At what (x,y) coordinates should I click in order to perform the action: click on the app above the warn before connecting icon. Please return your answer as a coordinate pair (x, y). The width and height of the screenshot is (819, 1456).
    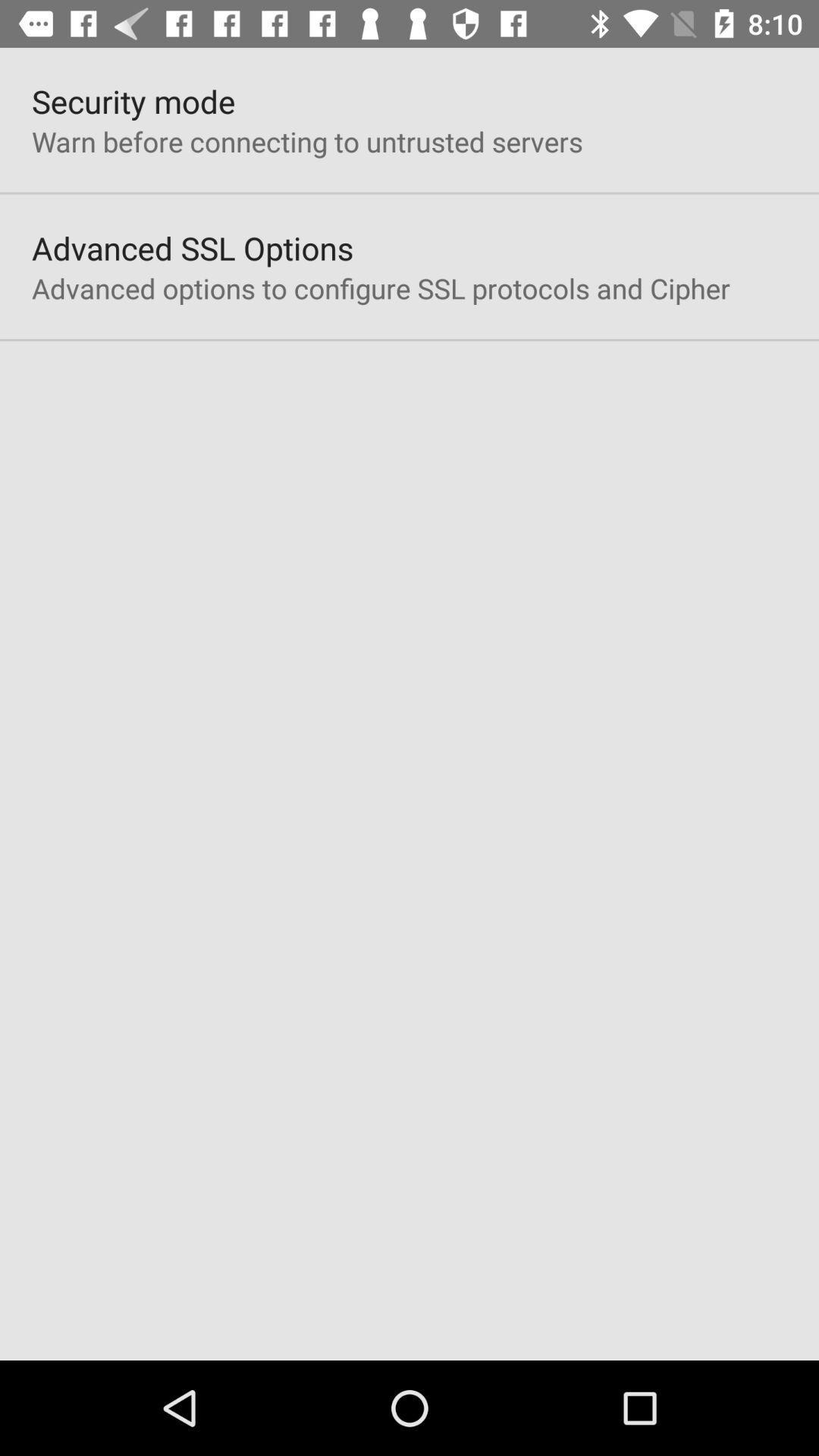
    Looking at the image, I should click on (133, 100).